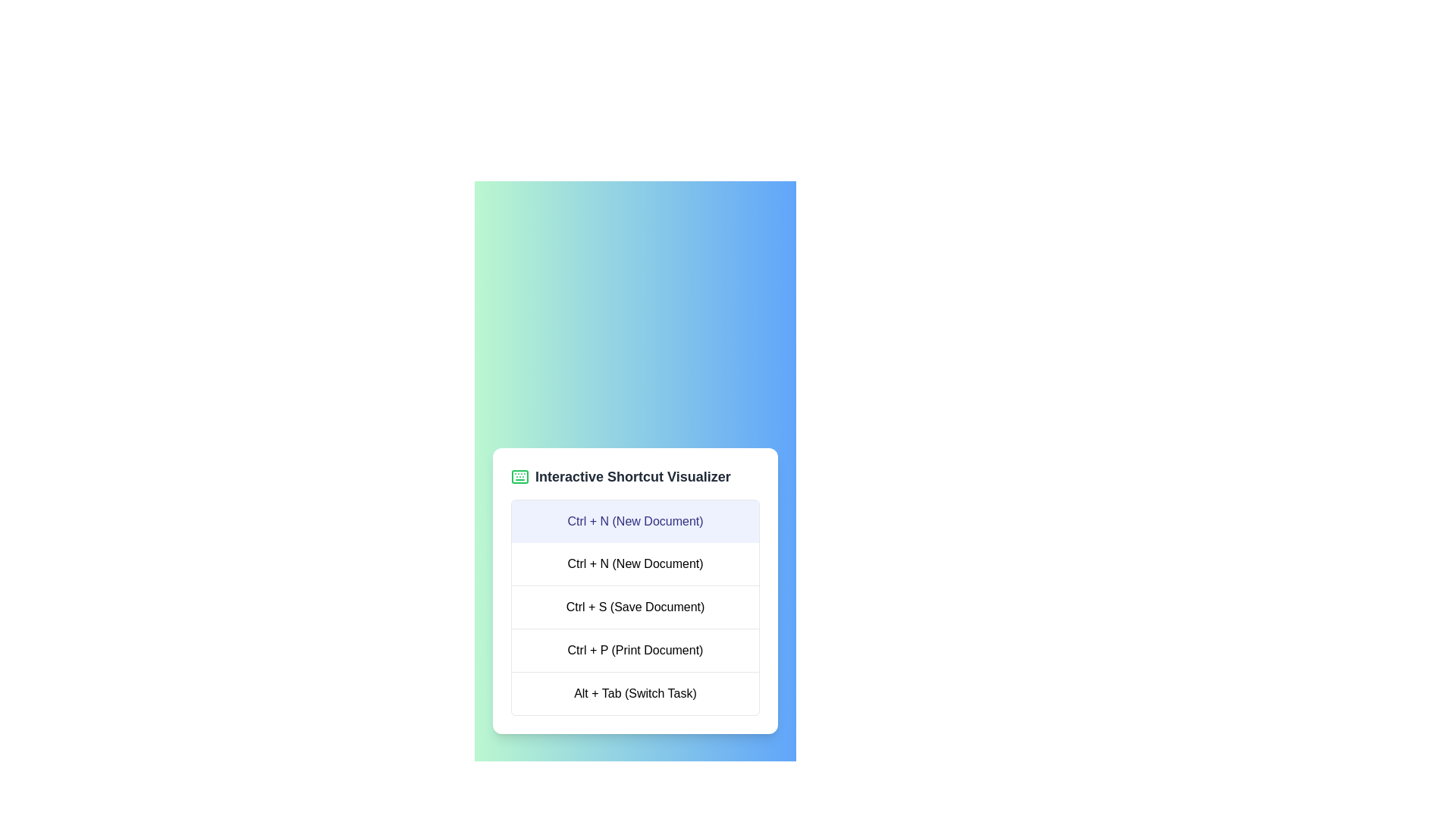  What do you see at coordinates (635, 605) in the screenshot?
I see `the text-based list item displaying 'Ctrl + S (Save Document)', which is the second item in the vertical list of the 'Interactive Shortcut Visualizer'` at bounding box center [635, 605].